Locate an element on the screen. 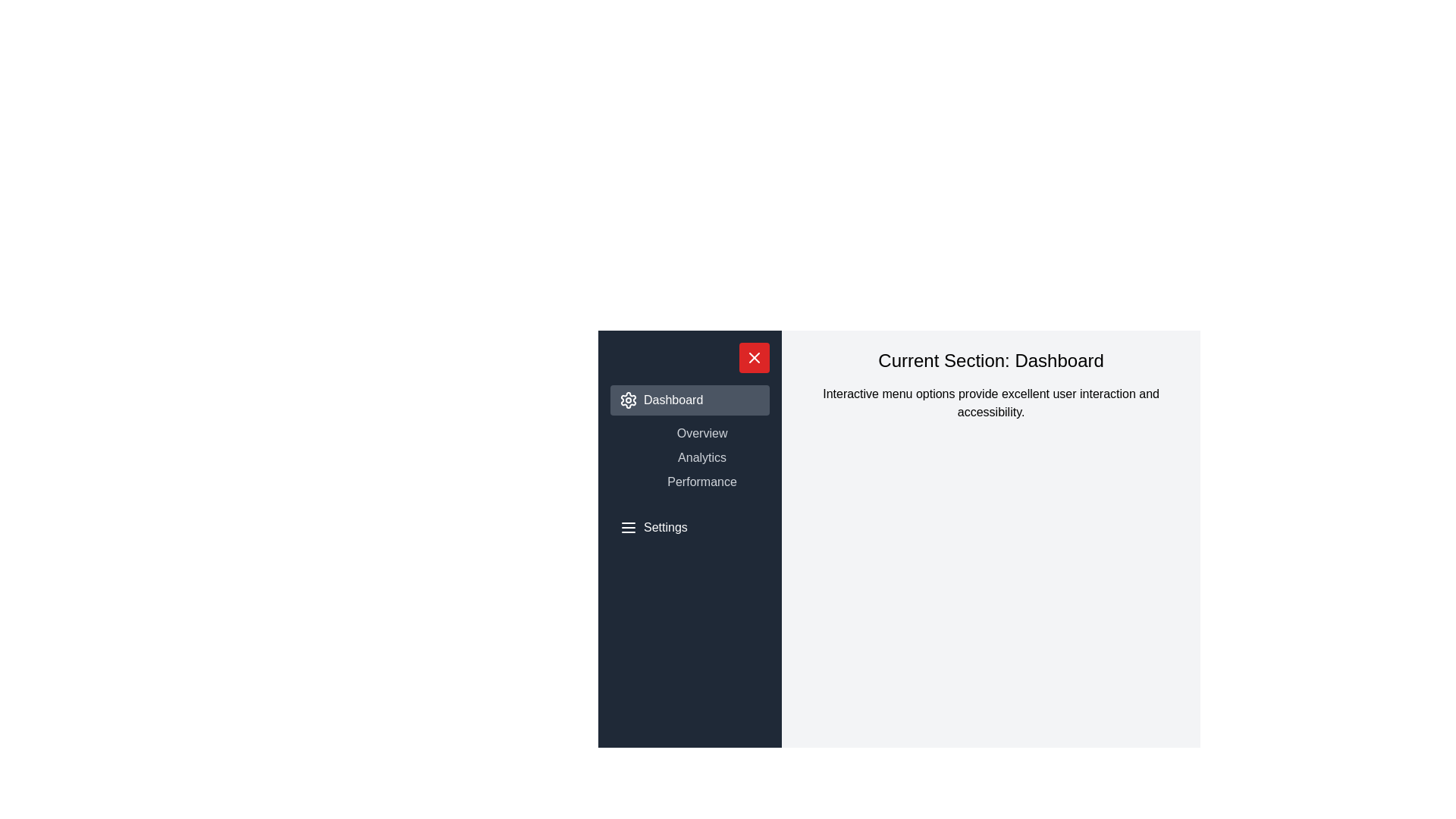 The height and width of the screenshot is (819, 1456). the red square button with a white 'X' icon located at the top-right corner of the navigation sidebar is located at coordinates (755, 357).